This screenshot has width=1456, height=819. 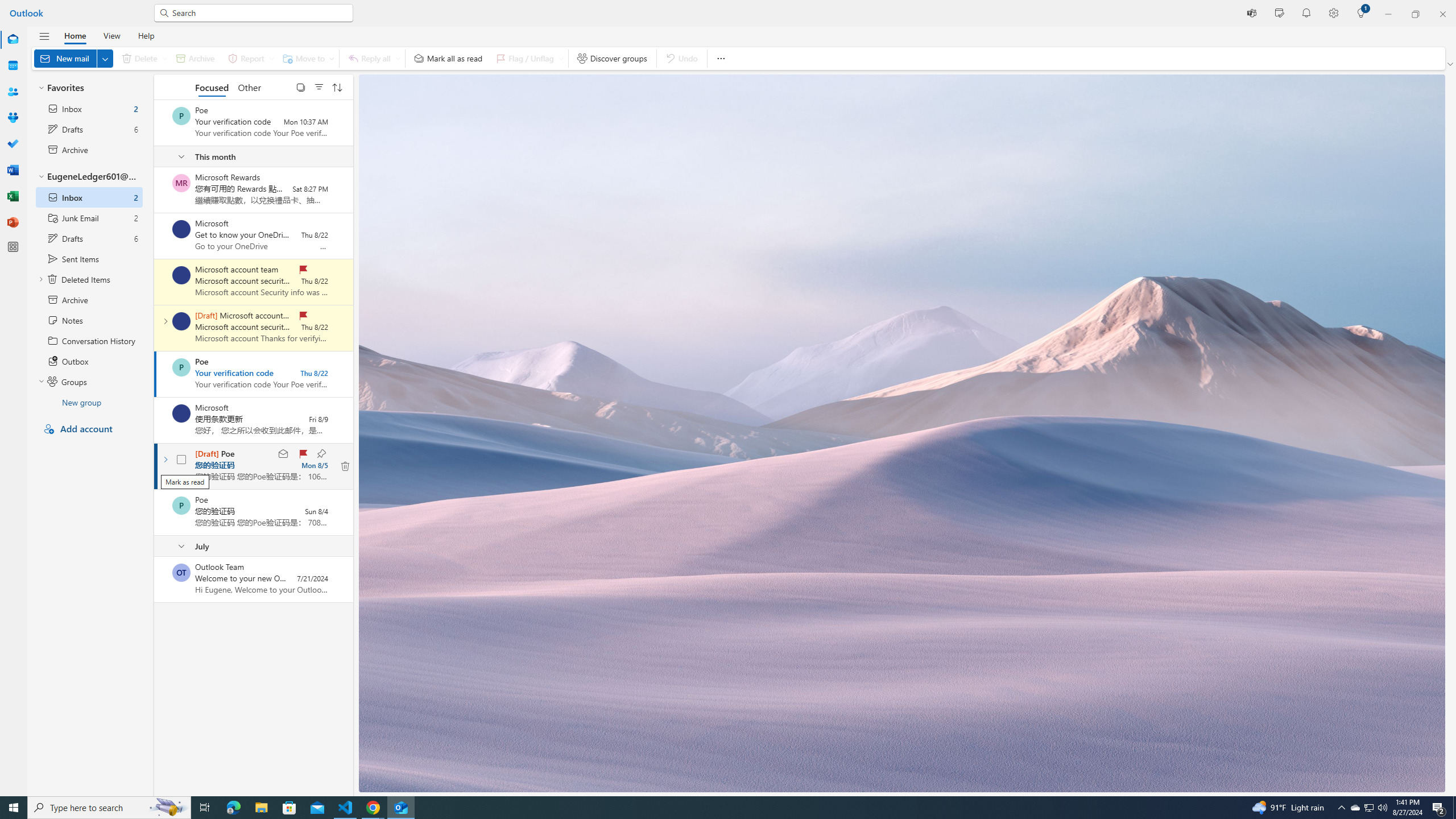 What do you see at coordinates (180, 505) in the screenshot?
I see `'Poe'` at bounding box center [180, 505].